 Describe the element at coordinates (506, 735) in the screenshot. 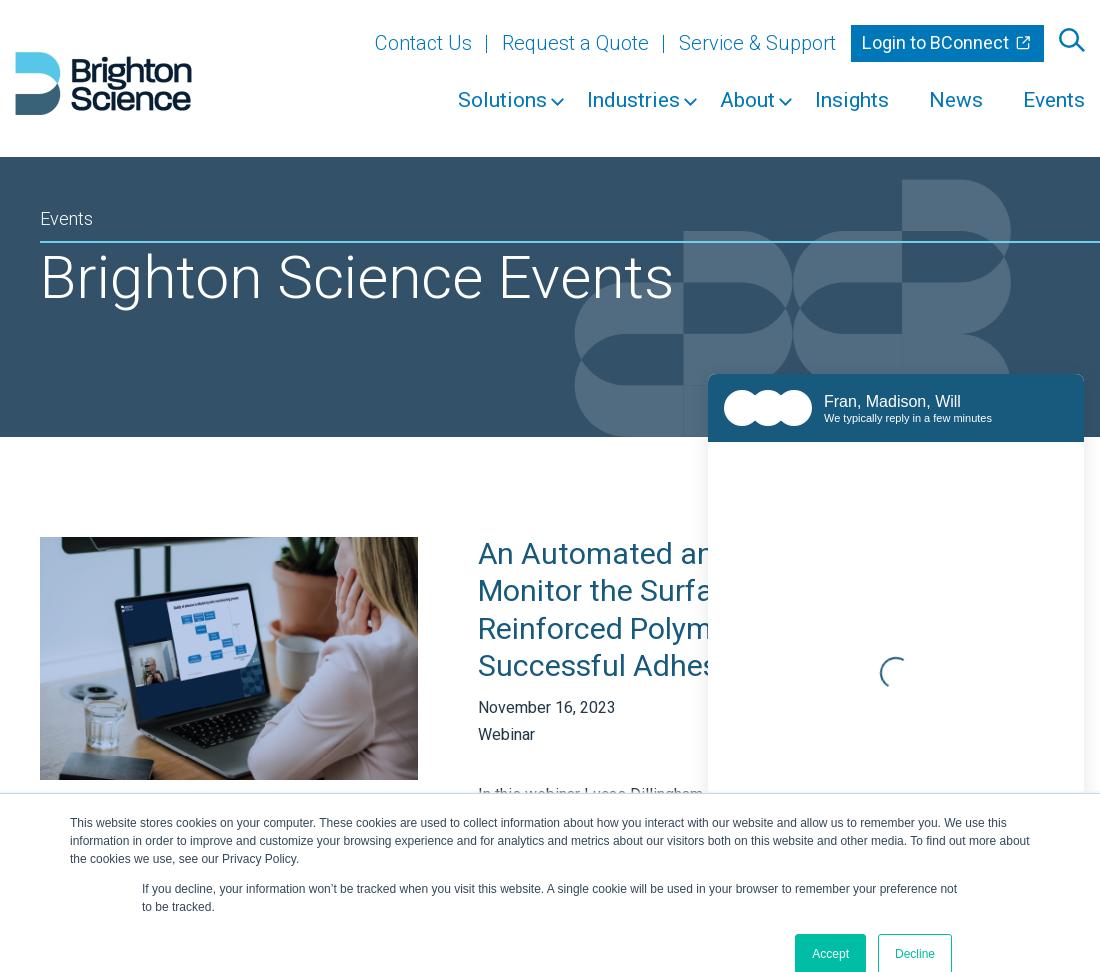

I see `'Webinar'` at that location.